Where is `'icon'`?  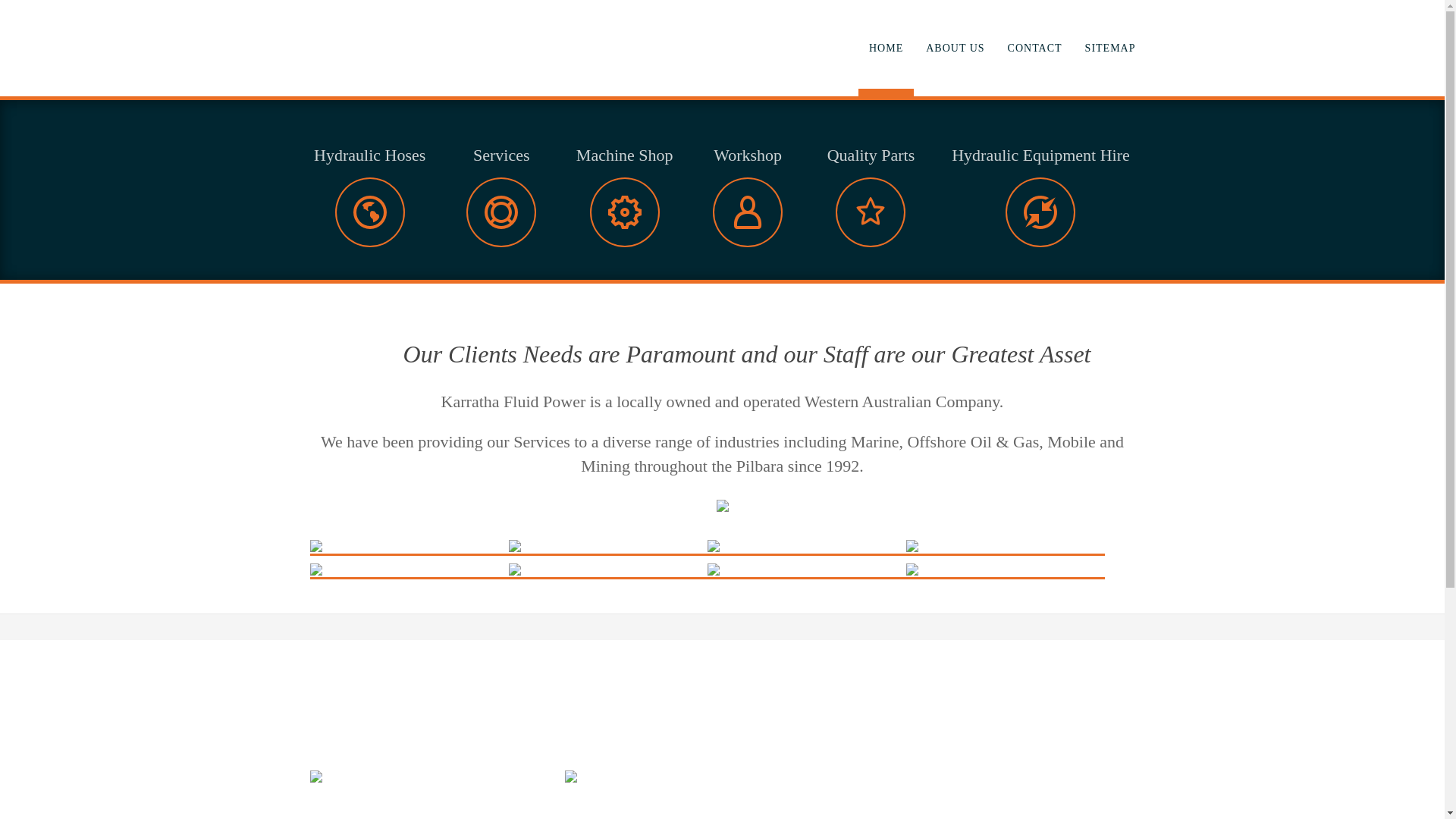
'icon' is located at coordinates (747, 212).